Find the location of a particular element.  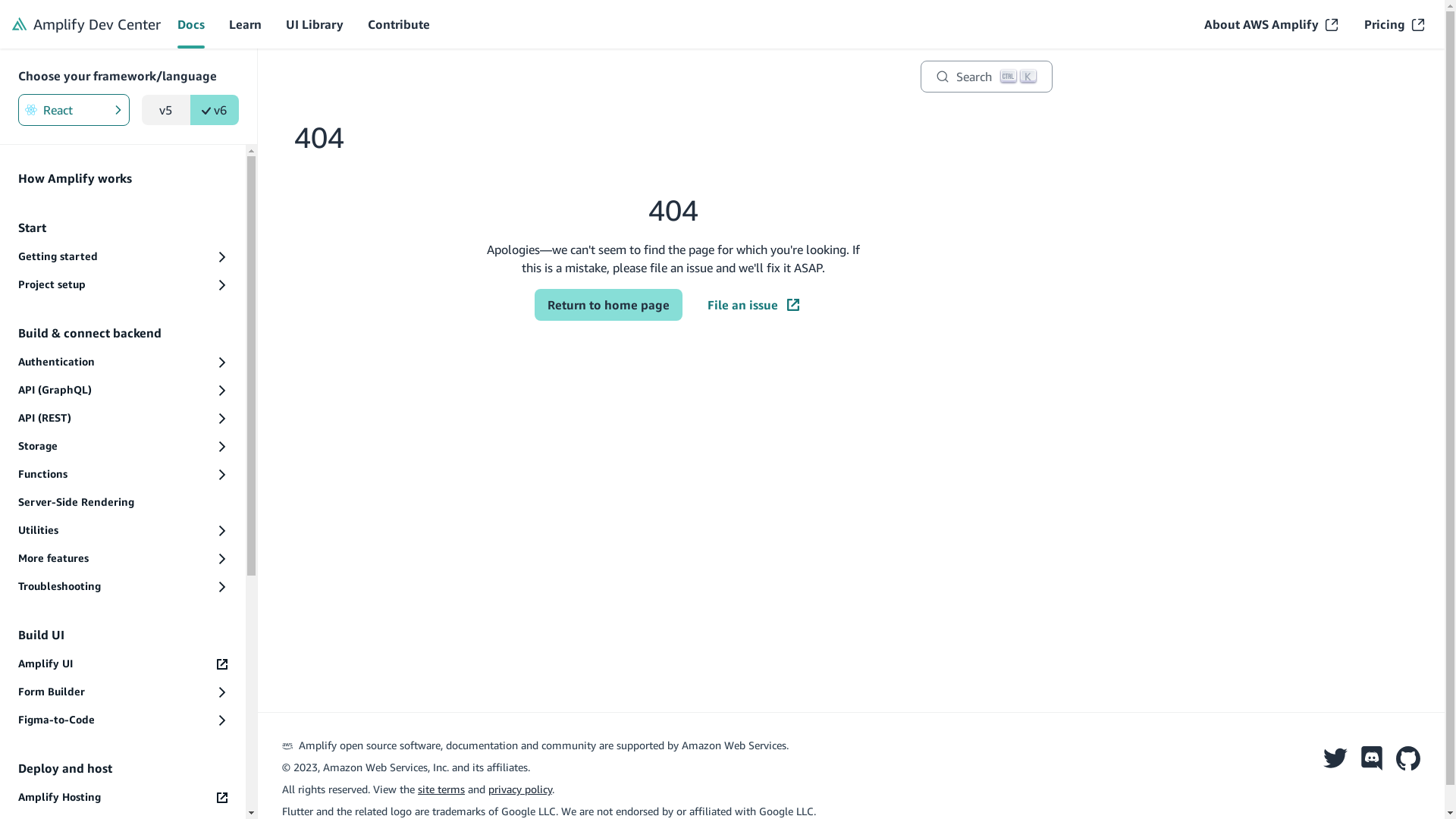

'Pricing' is located at coordinates (1394, 24).